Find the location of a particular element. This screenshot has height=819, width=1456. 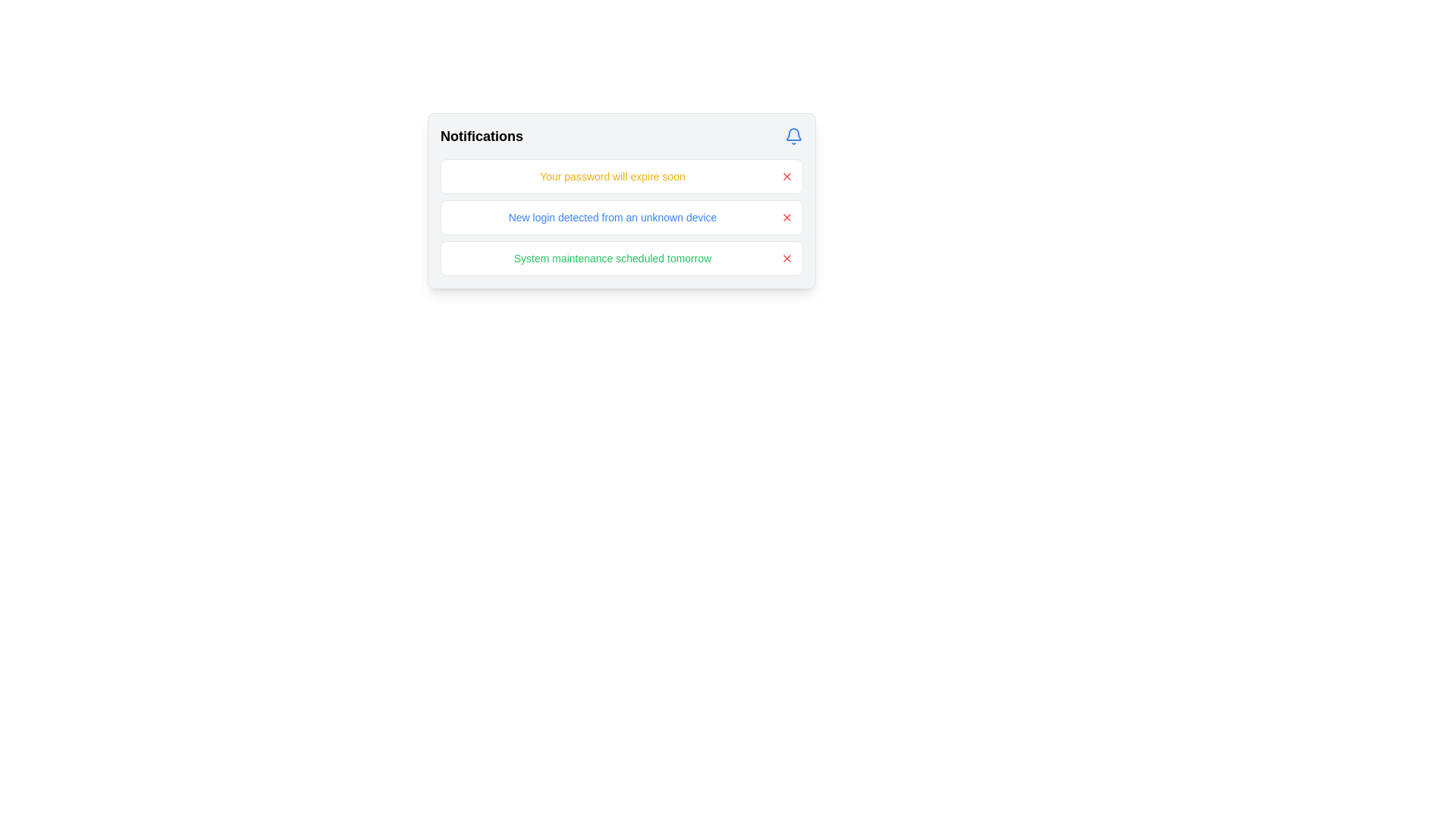

the Text Display that informs the user about the upcoming system maintenance schedule, located within a notification card at the bottom of a stack of three notifications is located at coordinates (612, 257).